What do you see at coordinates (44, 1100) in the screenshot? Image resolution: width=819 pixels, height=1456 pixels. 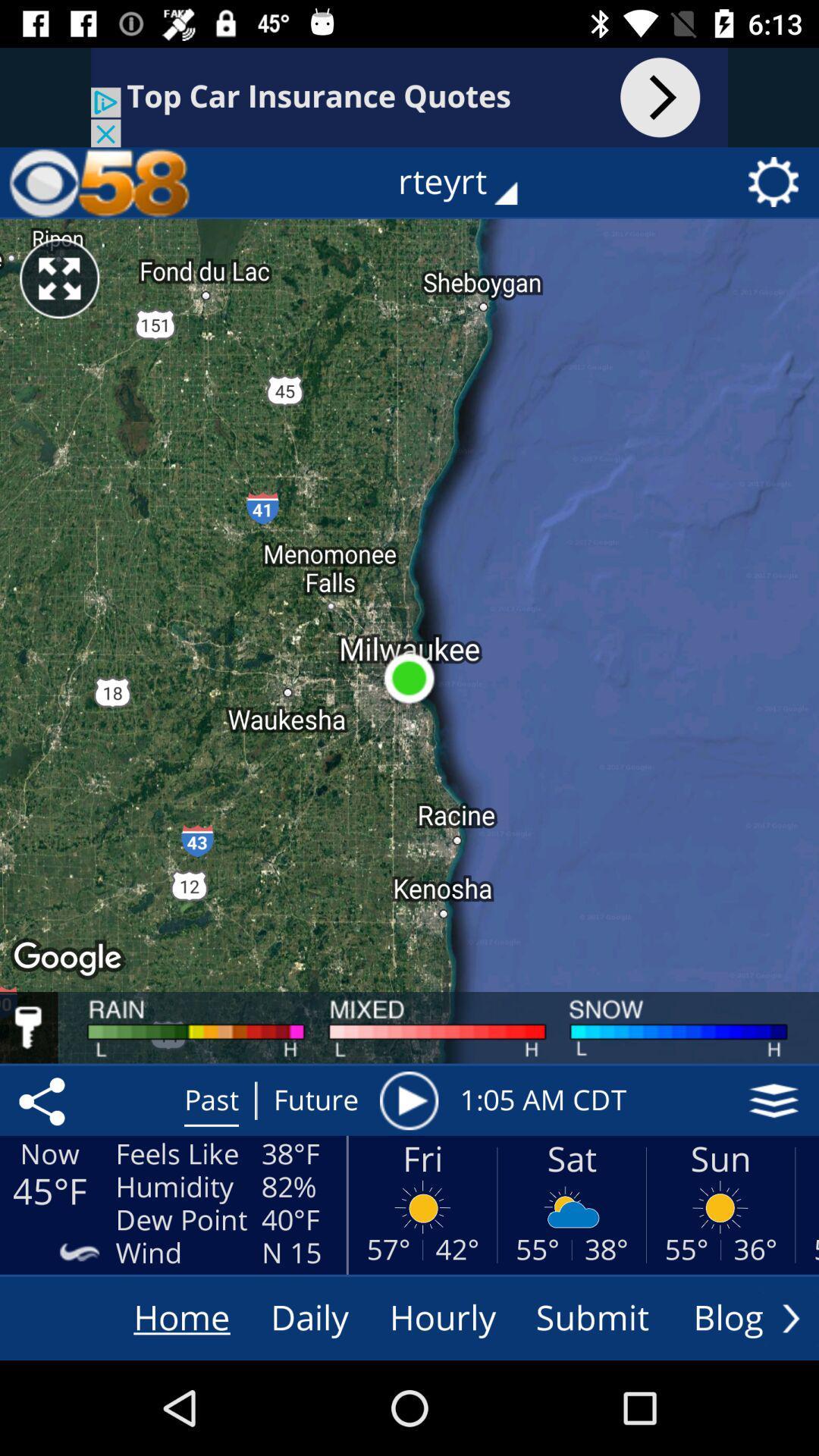 I see `share information` at bounding box center [44, 1100].